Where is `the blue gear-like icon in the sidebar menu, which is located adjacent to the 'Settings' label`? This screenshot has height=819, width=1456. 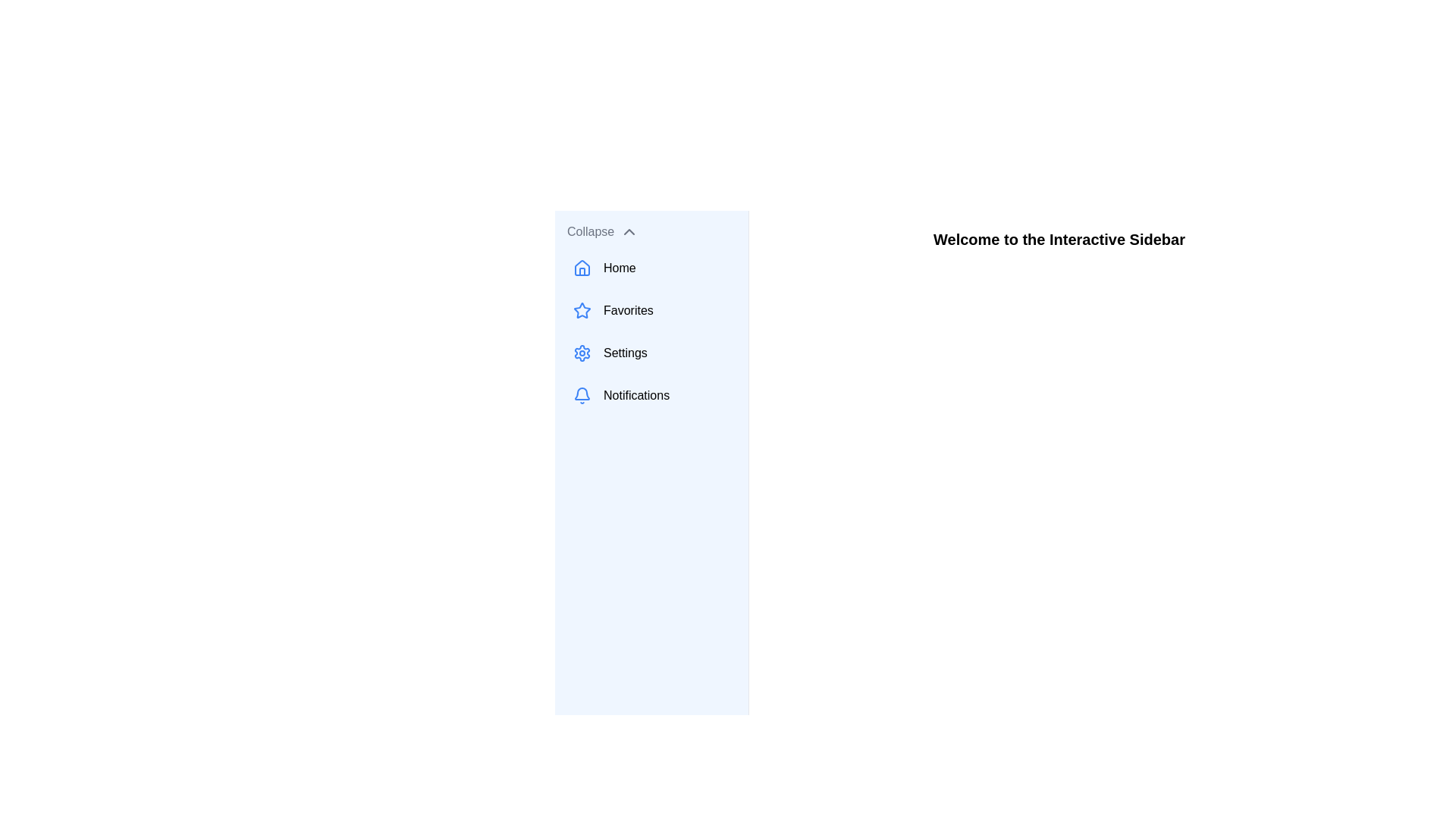 the blue gear-like icon in the sidebar menu, which is located adjacent to the 'Settings' label is located at coordinates (582, 353).